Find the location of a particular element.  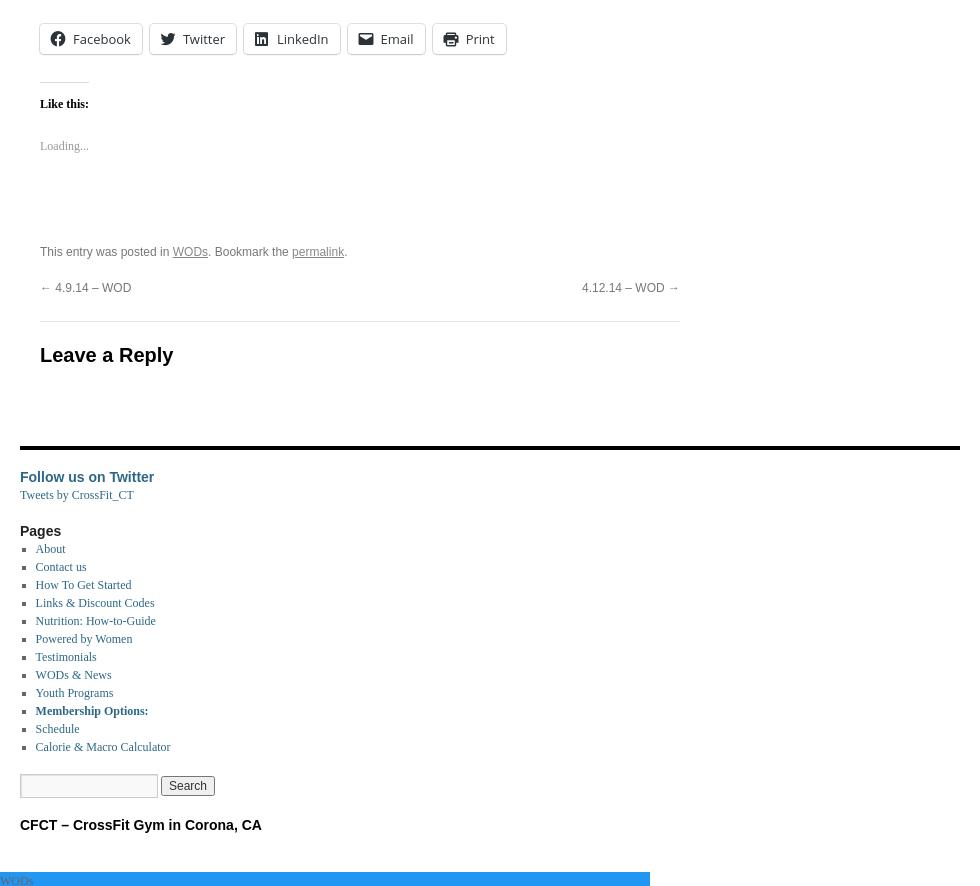

'Links & Discount Codes' is located at coordinates (94, 602).